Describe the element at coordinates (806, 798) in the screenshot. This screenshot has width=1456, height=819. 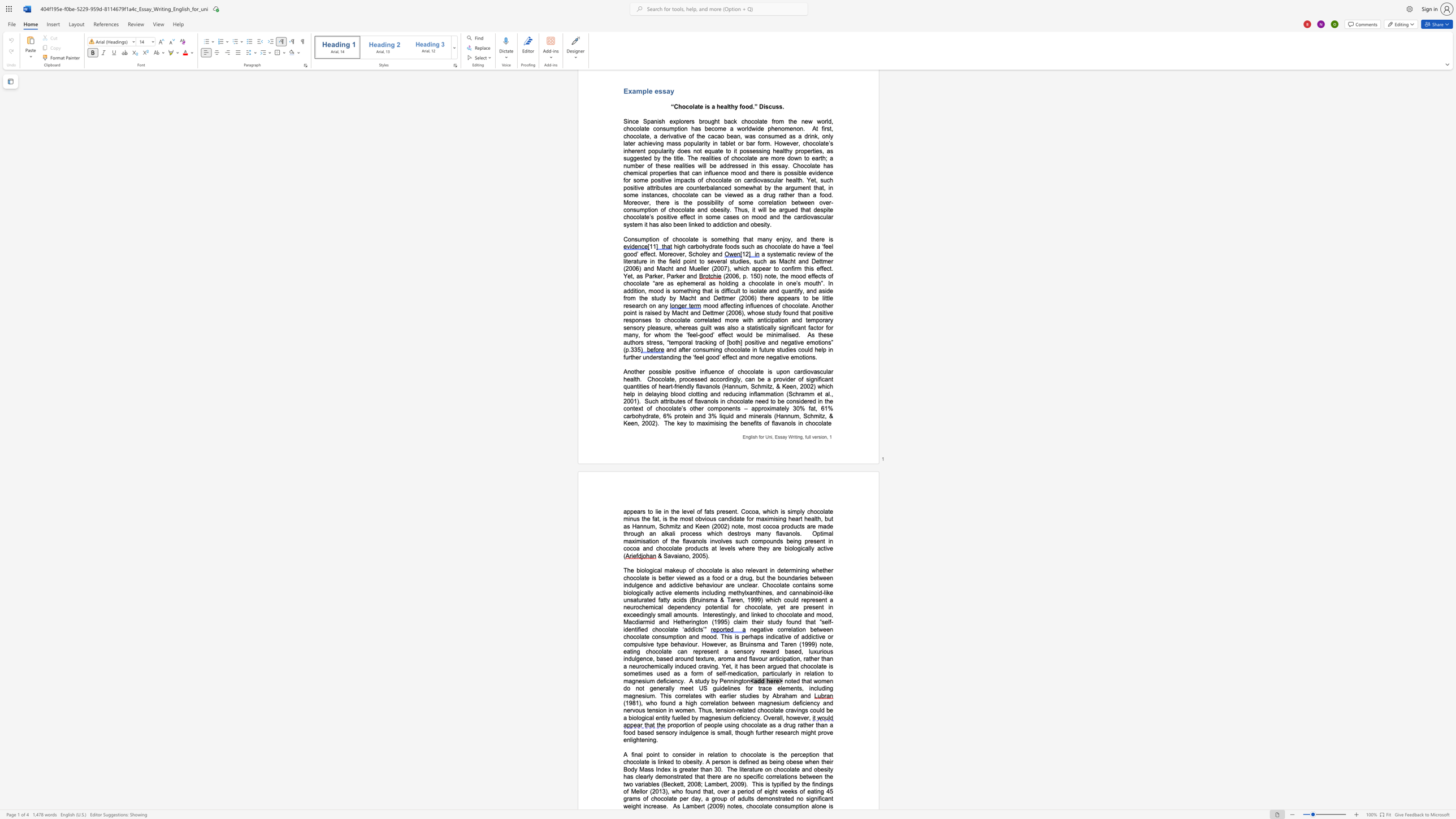
I see `the subset text "significant weight incre" within the text "no significant weight increase"` at that location.